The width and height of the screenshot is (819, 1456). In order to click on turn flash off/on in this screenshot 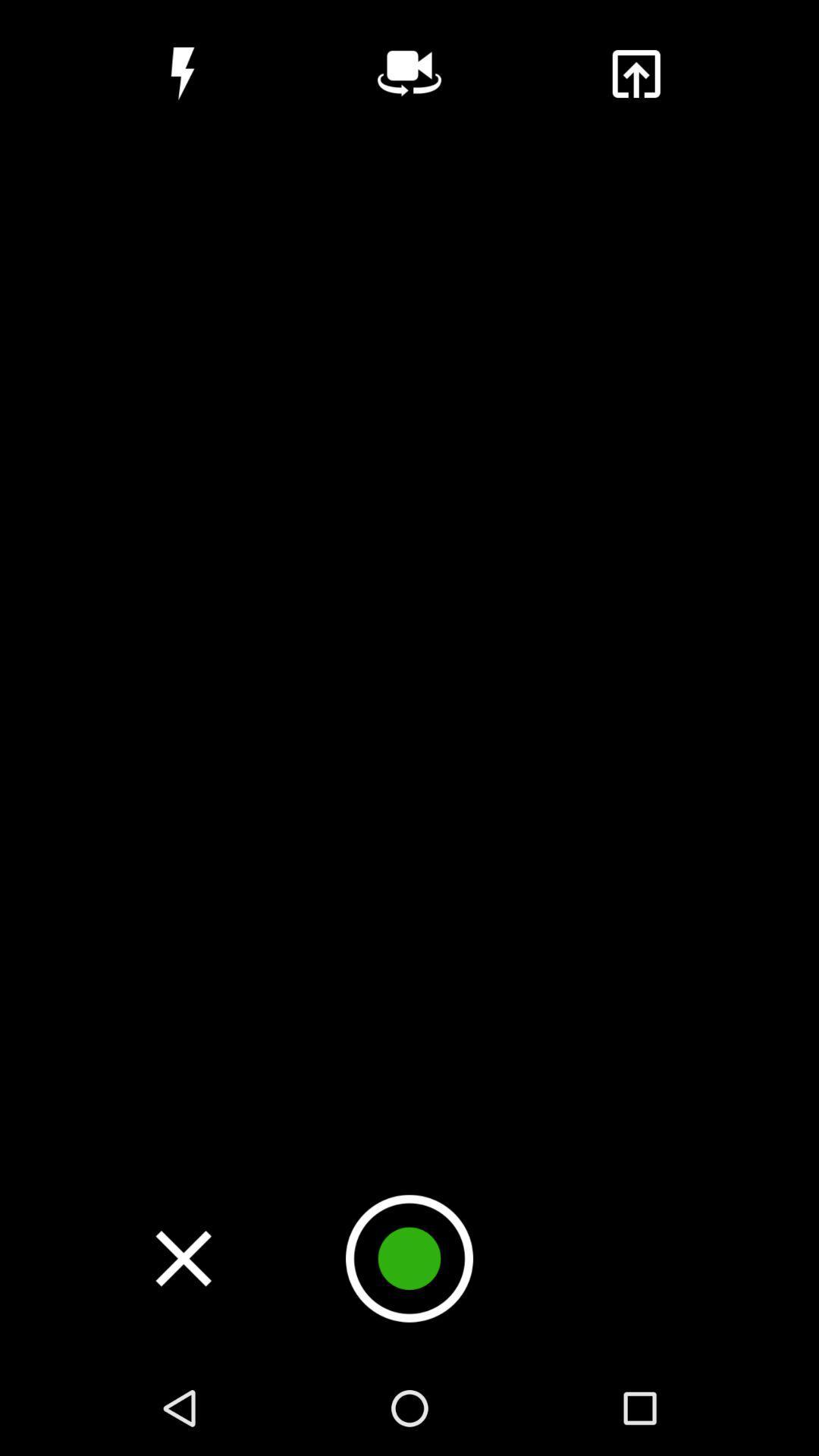, I will do `click(182, 73)`.